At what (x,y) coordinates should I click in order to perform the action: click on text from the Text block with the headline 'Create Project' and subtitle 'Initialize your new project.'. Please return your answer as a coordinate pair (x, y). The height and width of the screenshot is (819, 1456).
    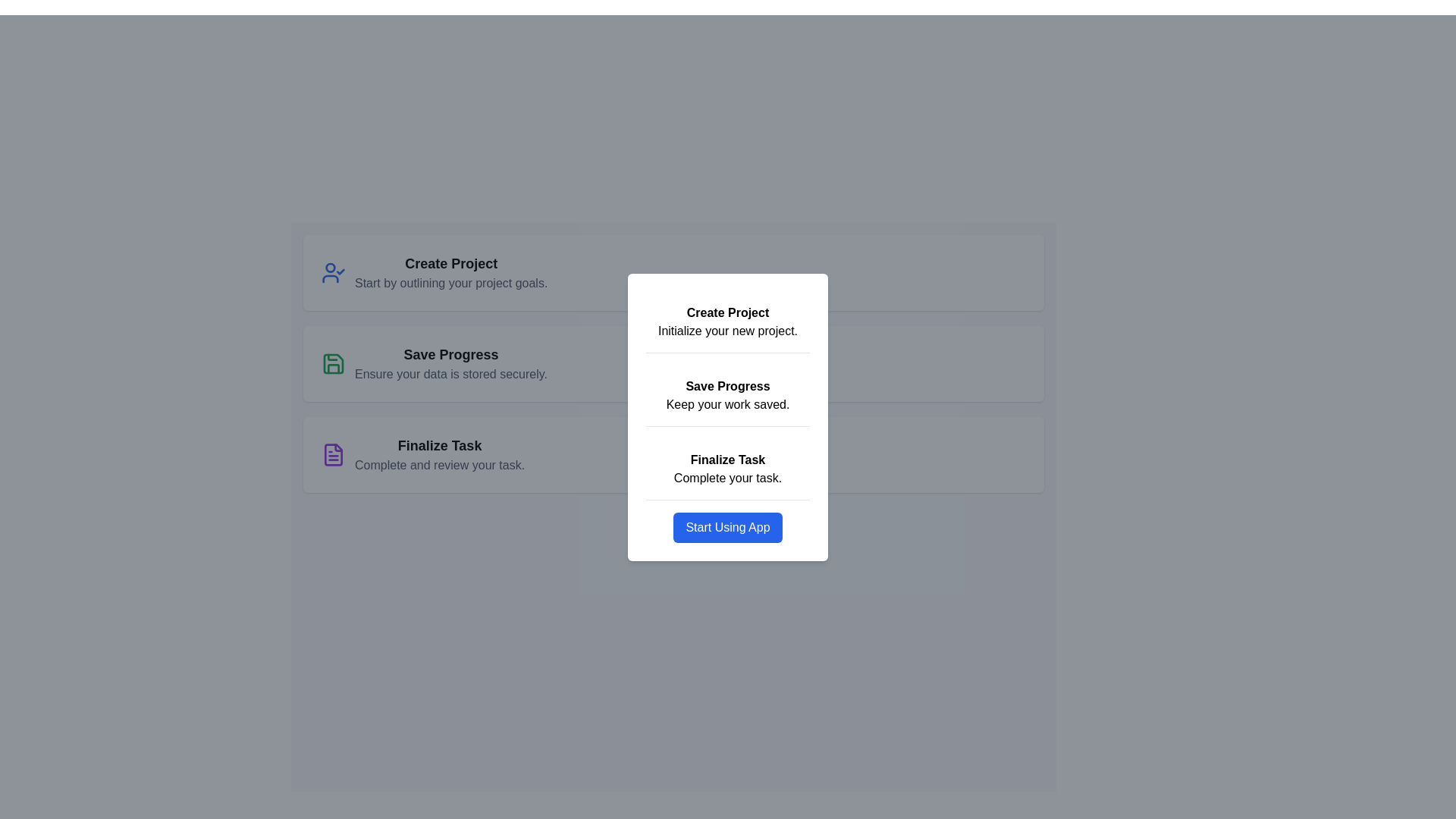
    Looking at the image, I should click on (728, 321).